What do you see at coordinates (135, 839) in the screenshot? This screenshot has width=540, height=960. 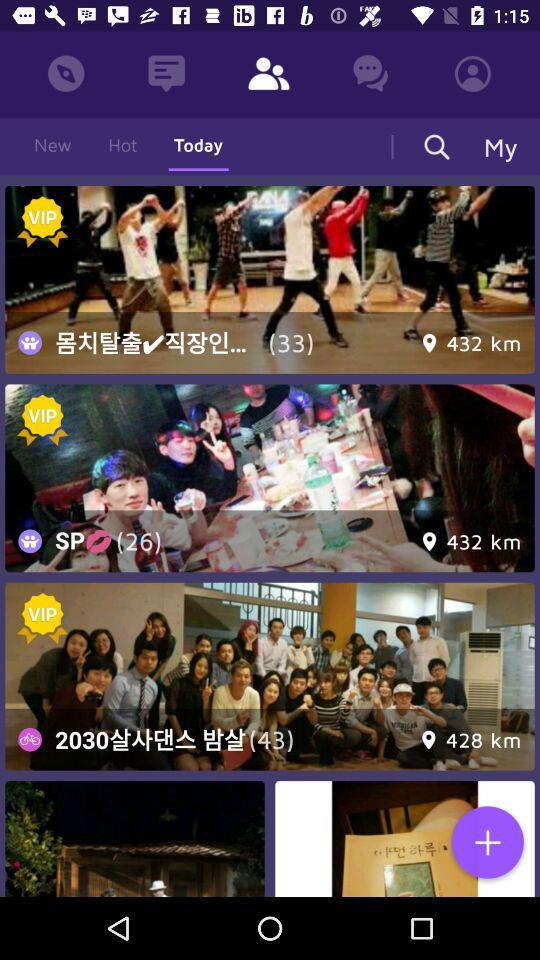 I see `image icon` at bounding box center [135, 839].